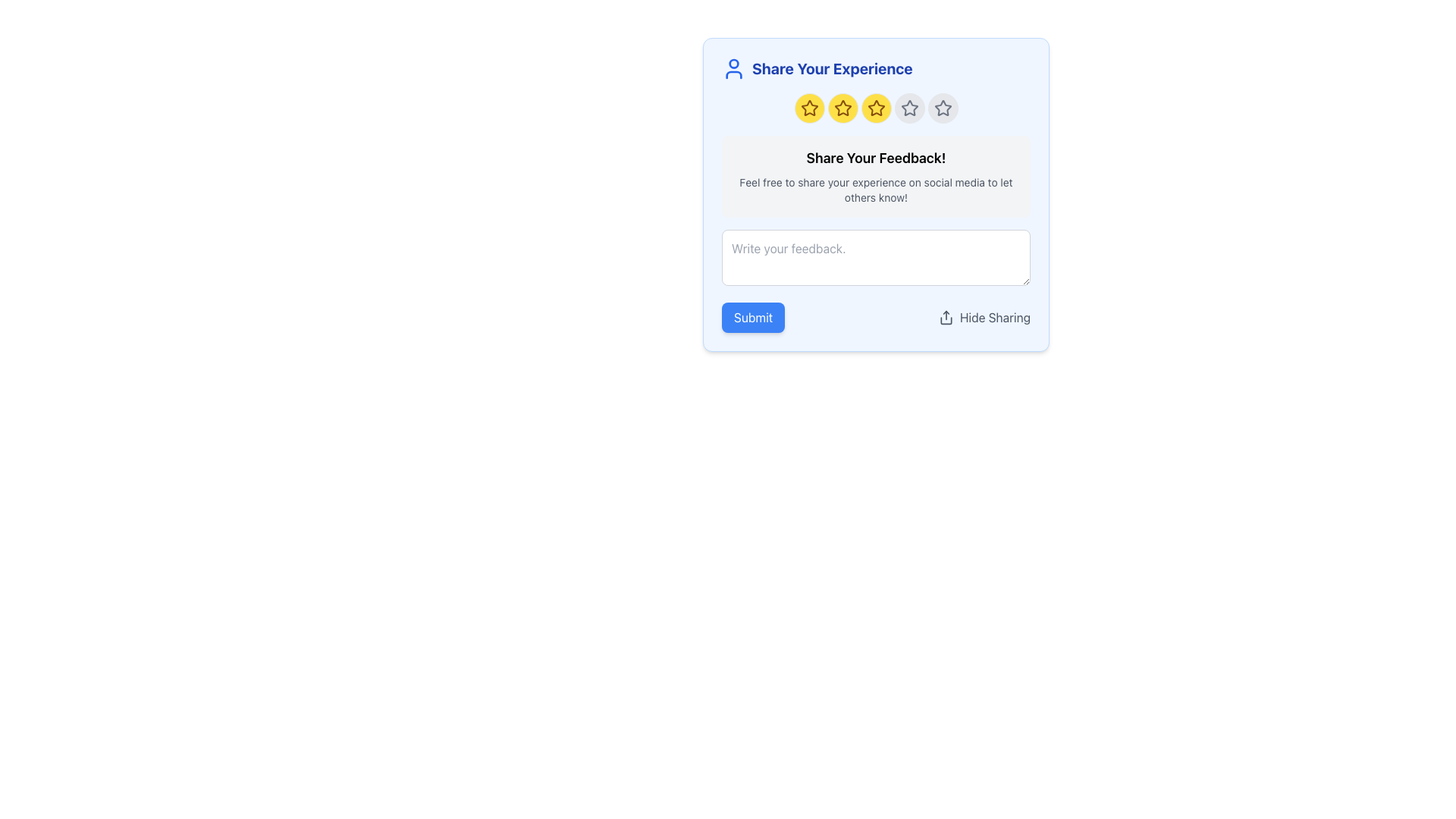 The height and width of the screenshot is (819, 1456). What do you see at coordinates (942, 107) in the screenshot?
I see `the fifth star-shaped icon with a gray border` at bounding box center [942, 107].